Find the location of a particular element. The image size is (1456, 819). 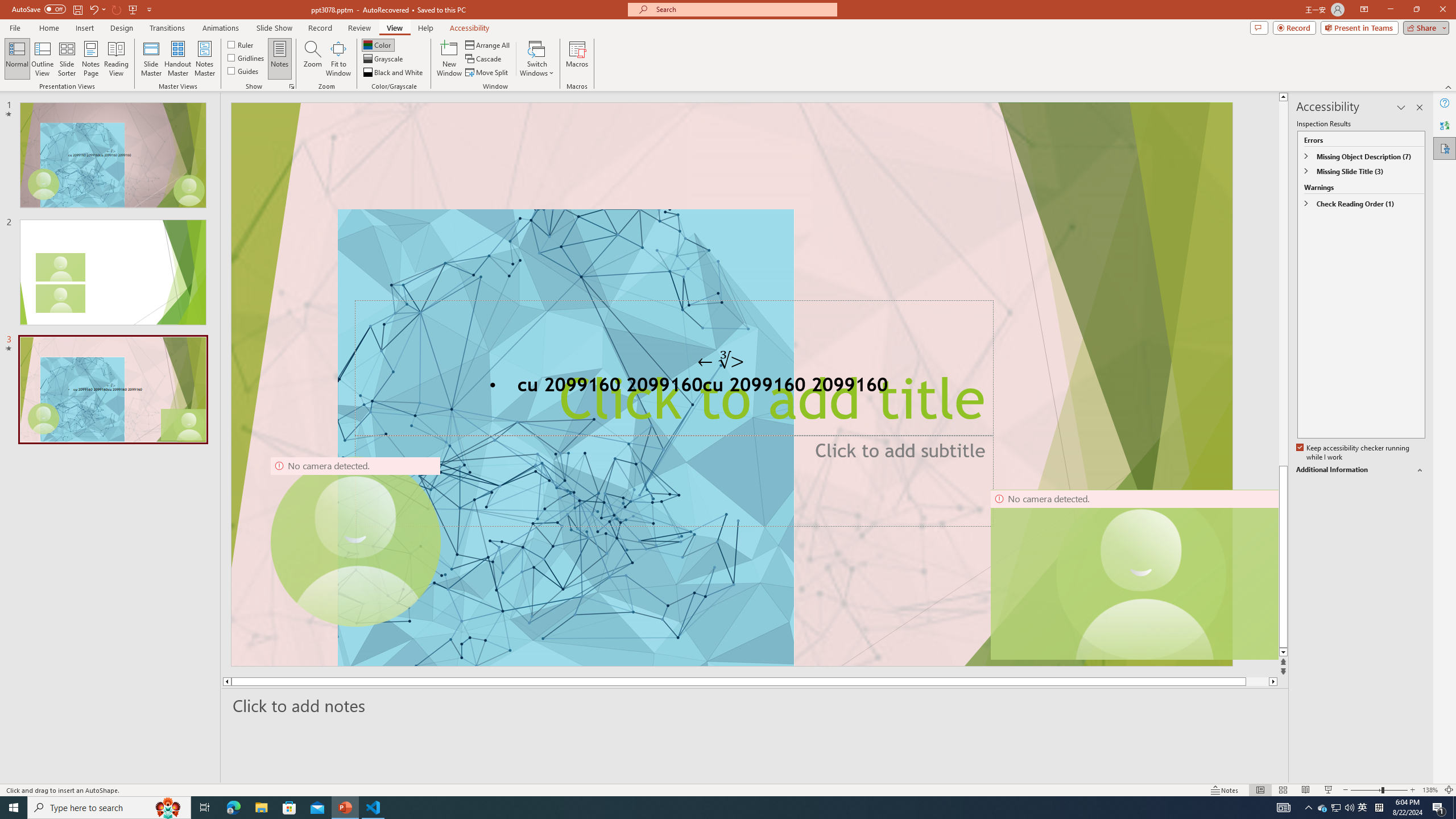

'Camera 14, No camera detected.' is located at coordinates (1134, 574).